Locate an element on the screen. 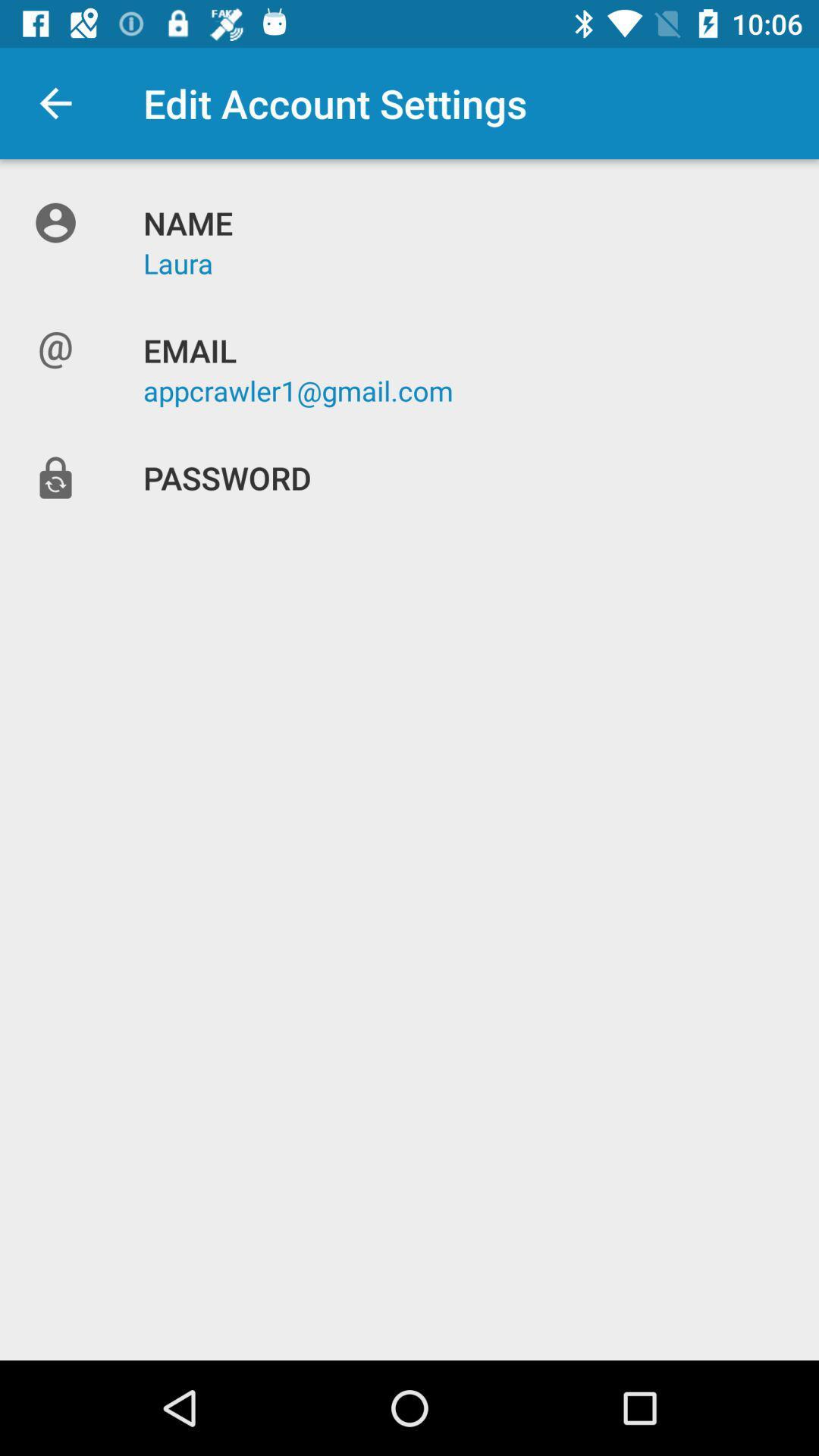 This screenshot has height=1456, width=819. the icon to the left of edit account settings item is located at coordinates (55, 102).